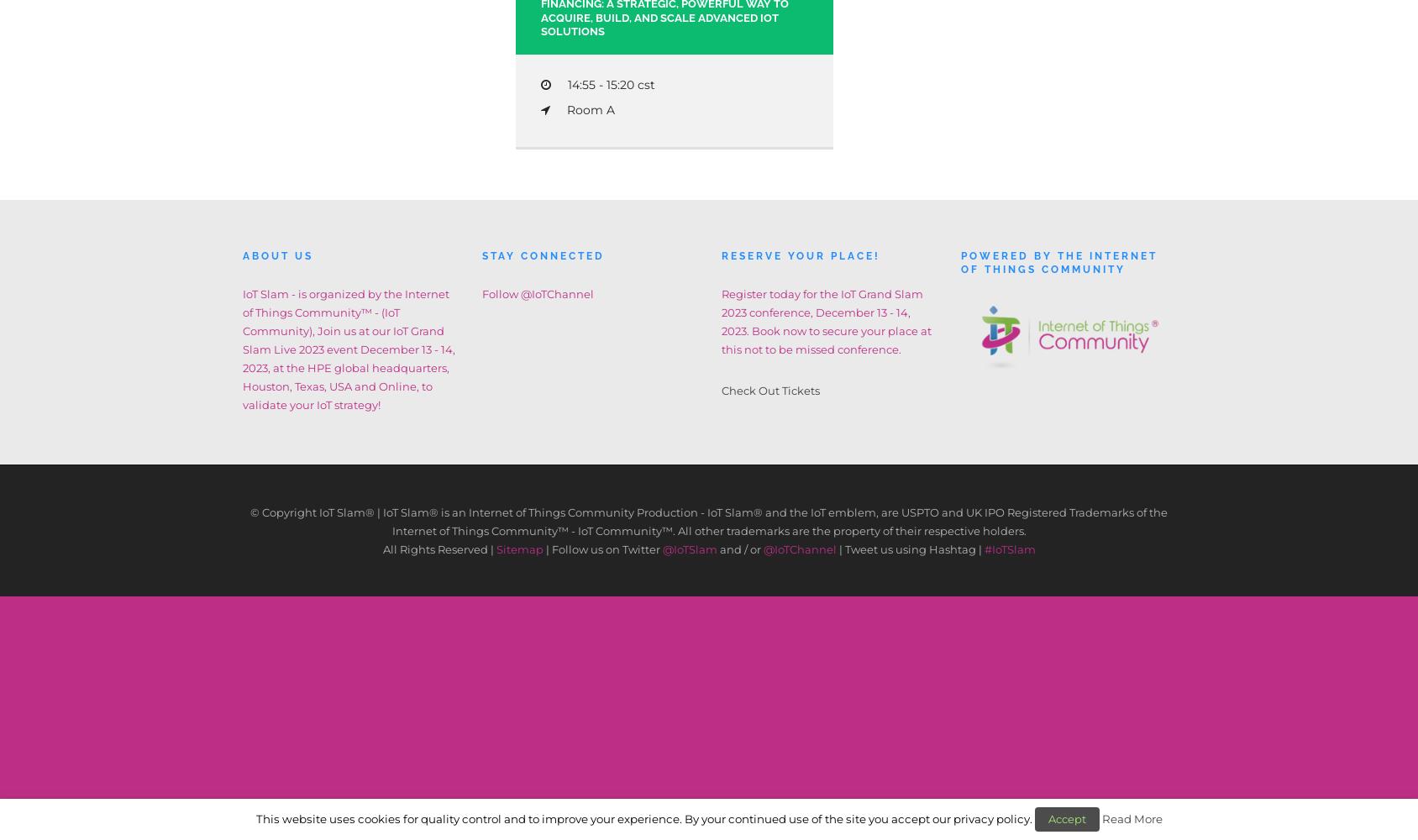 Image resolution: width=1418 pixels, height=840 pixels. I want to click on '| Follow us on Twitter', so click(541, 549).